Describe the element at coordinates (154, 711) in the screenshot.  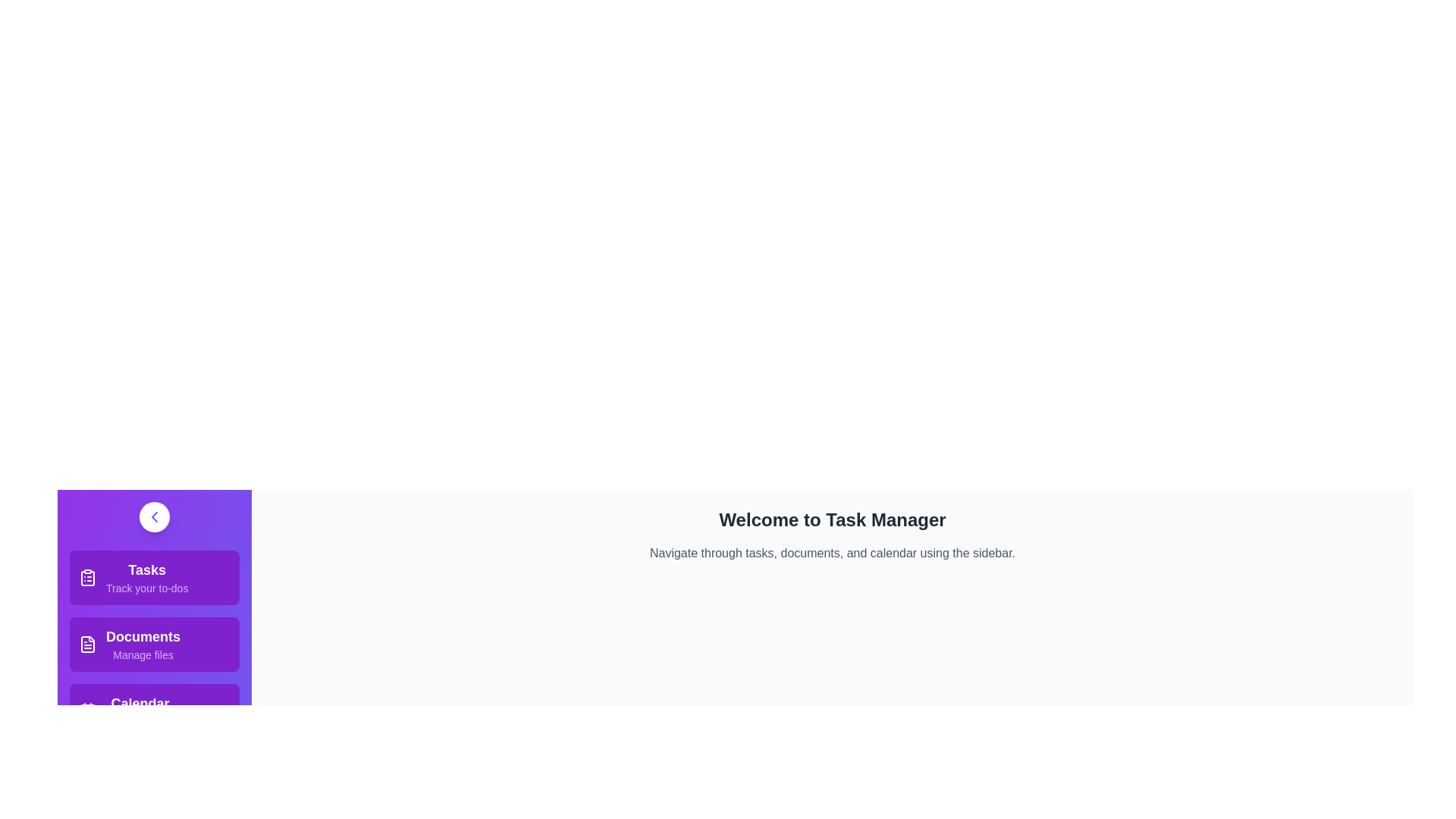
I see `the menu item corresponding to Calendar to view its details` at that location.